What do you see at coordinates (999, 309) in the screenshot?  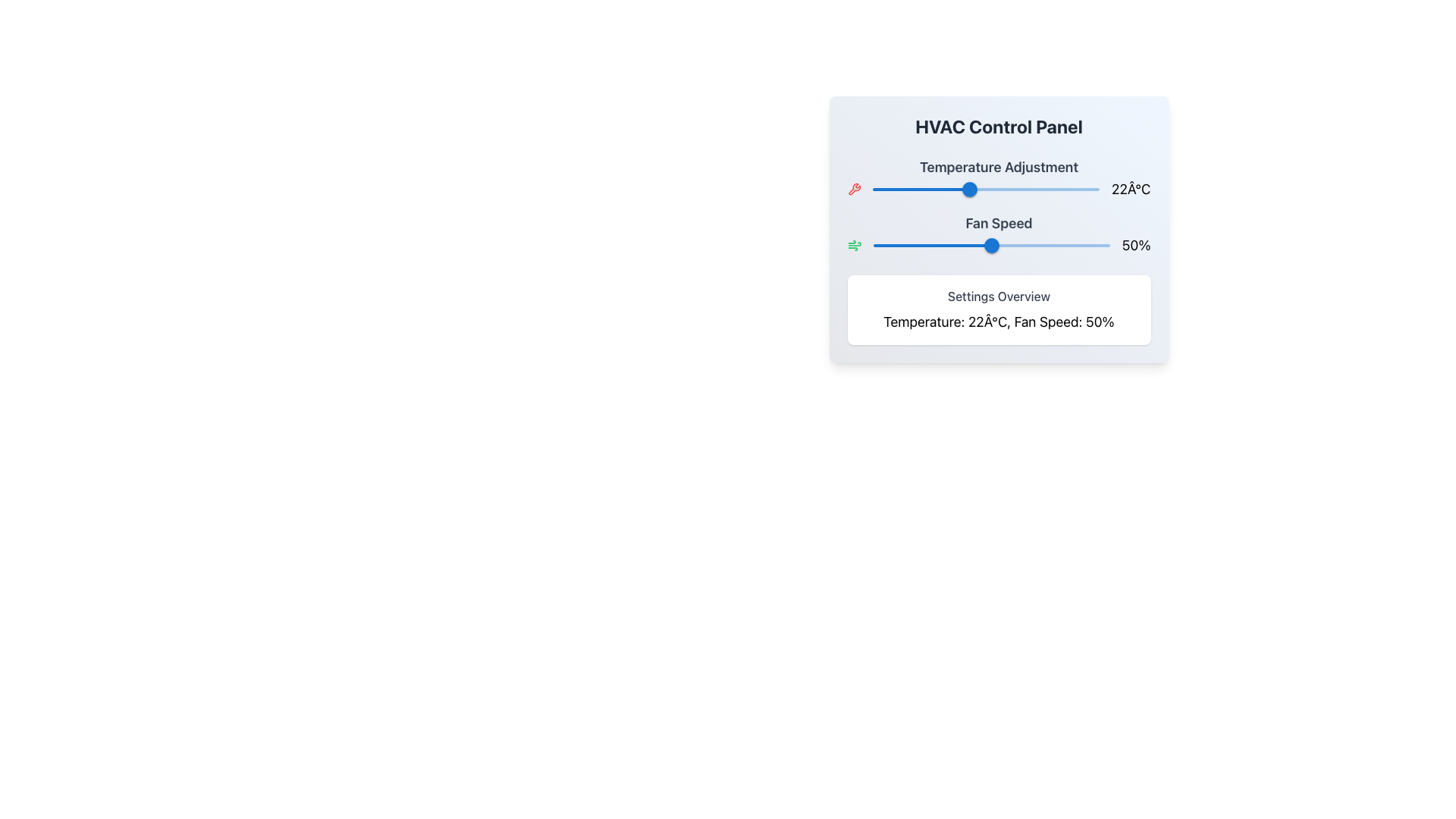 I see `the Static Display Section that summarizes the current HVAC settings, located at the bottom of the HVAC Control Panel` at bounding box center [999, 309].